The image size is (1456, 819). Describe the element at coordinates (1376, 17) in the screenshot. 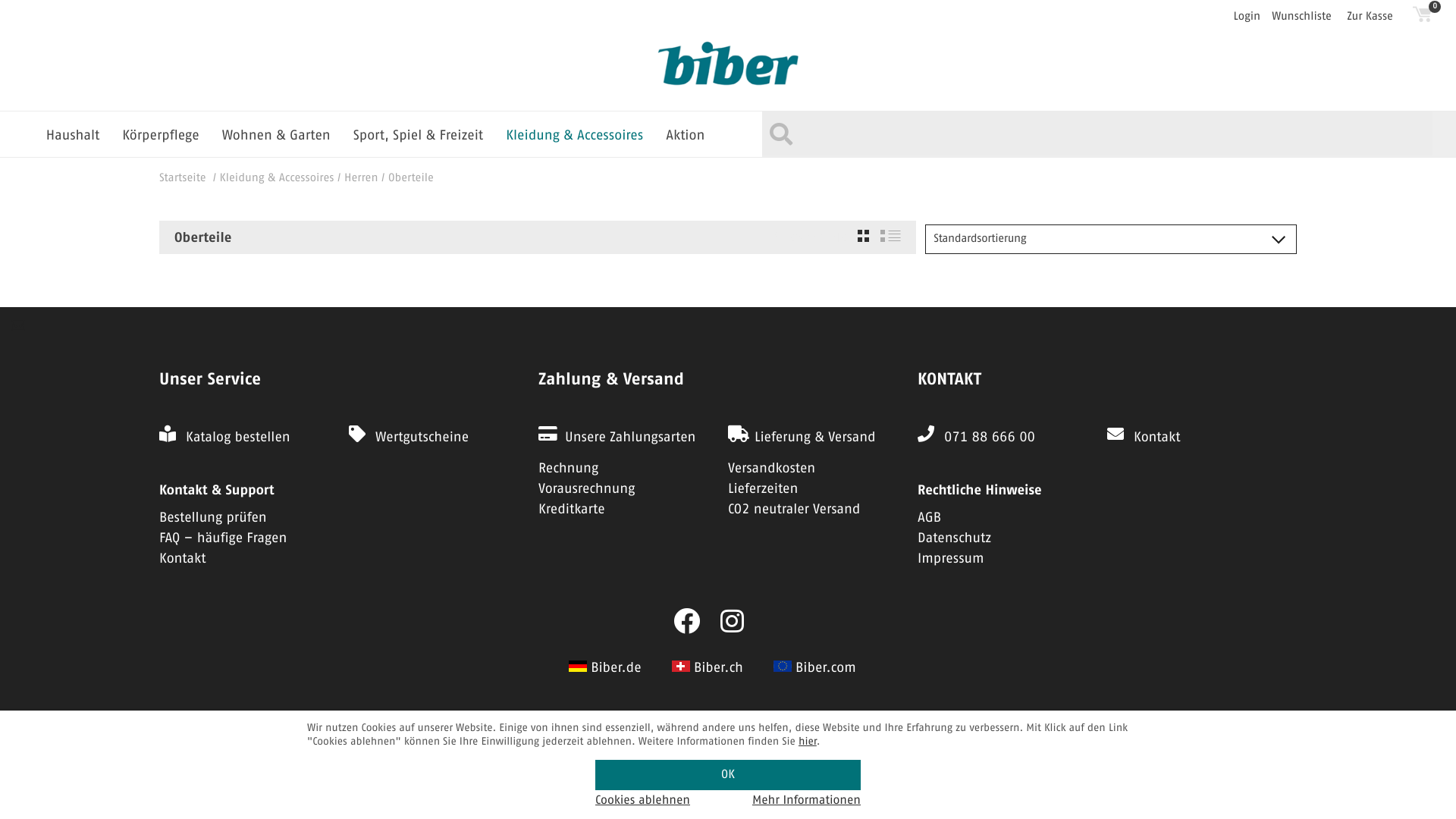

I see `'Zur Kasse'` at that location.